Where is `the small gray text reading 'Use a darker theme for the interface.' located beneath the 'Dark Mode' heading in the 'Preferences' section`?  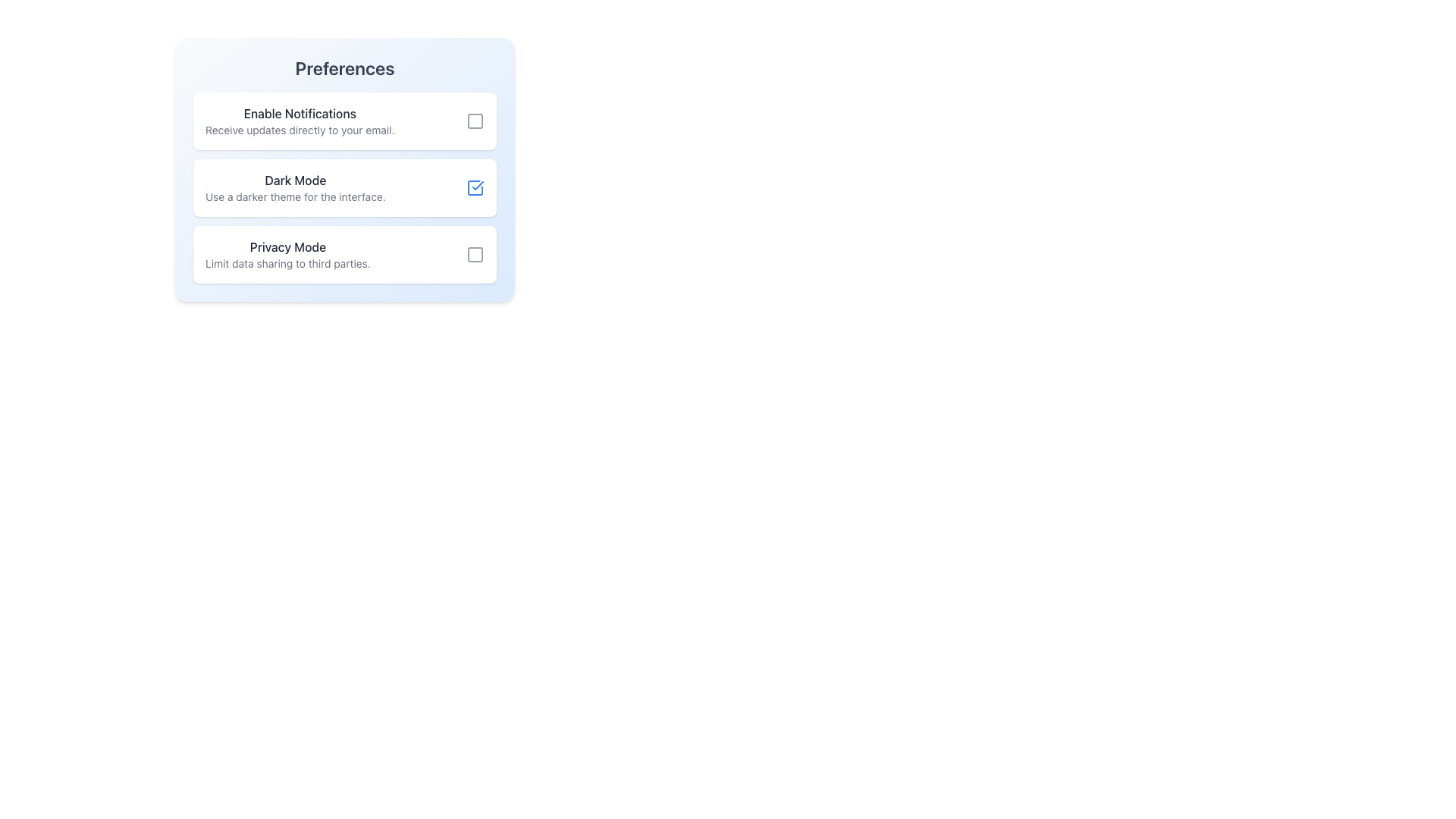 the small gray text reading 'Use a darker theme for the interface.' located beneath the 'Dark Mode' heading in the 'Preferences' section is located at coordinates (295, 196).